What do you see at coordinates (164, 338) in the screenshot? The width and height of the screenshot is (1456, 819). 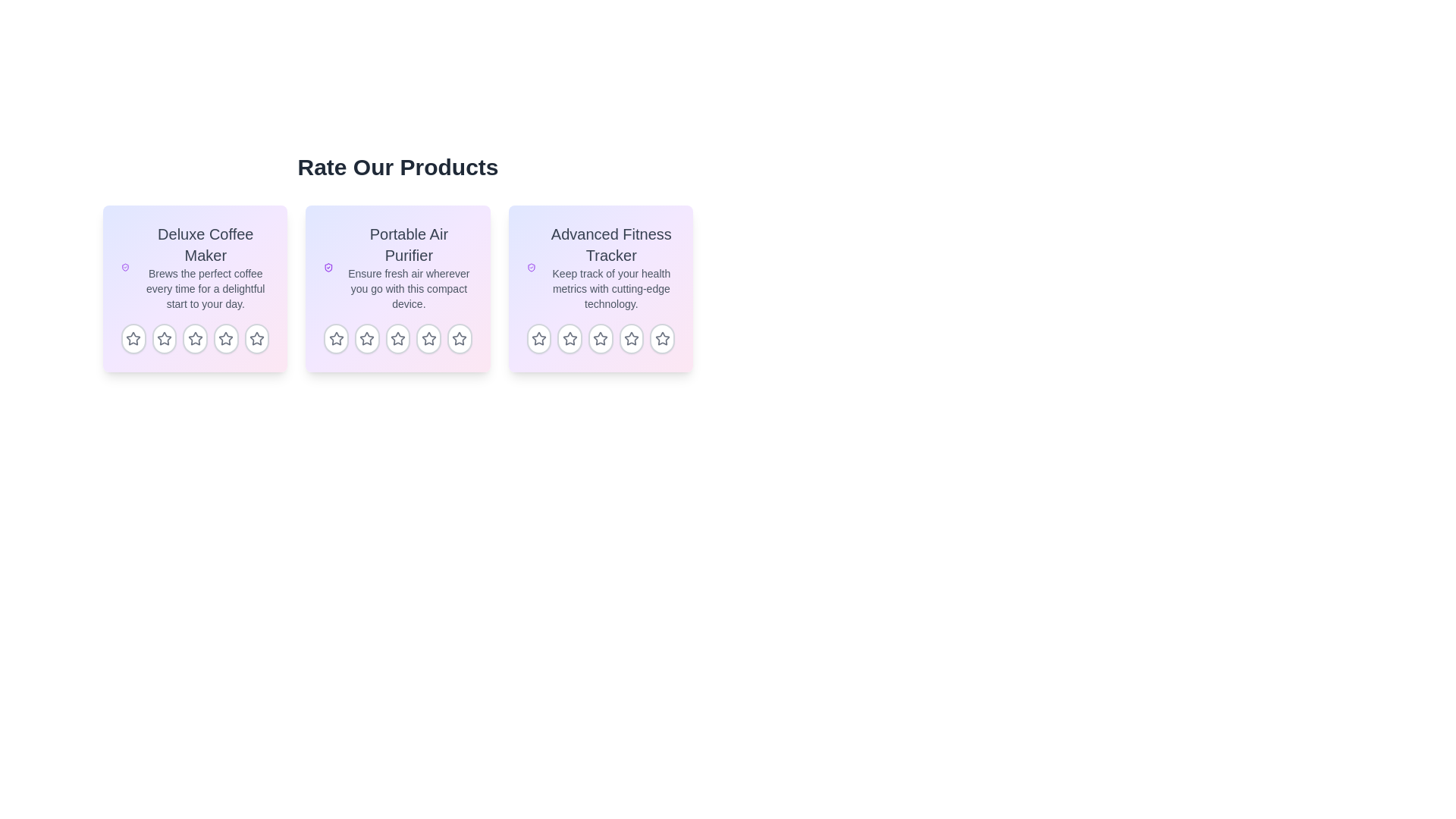 I see `the first star-shaped icon in the rating interface under the 'Deluxe Coffee Maker' product` at bounding box center [164, 338].